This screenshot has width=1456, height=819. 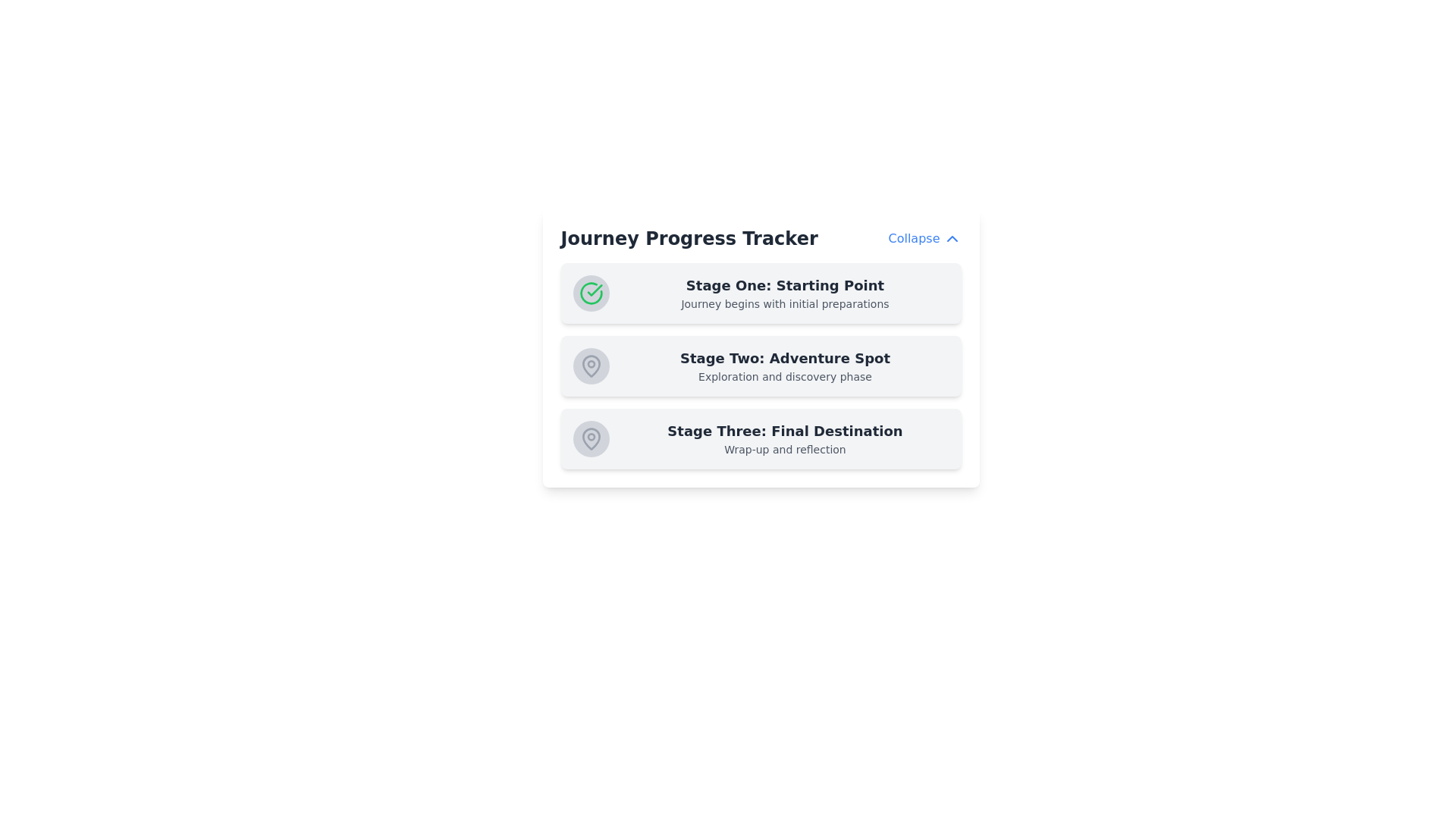 I want to click on the title text label that indicates the current step in the progress tracker, located in the left center of the page above the subtext 'Journey begins with initial preparations', so click(x=785, y=286).